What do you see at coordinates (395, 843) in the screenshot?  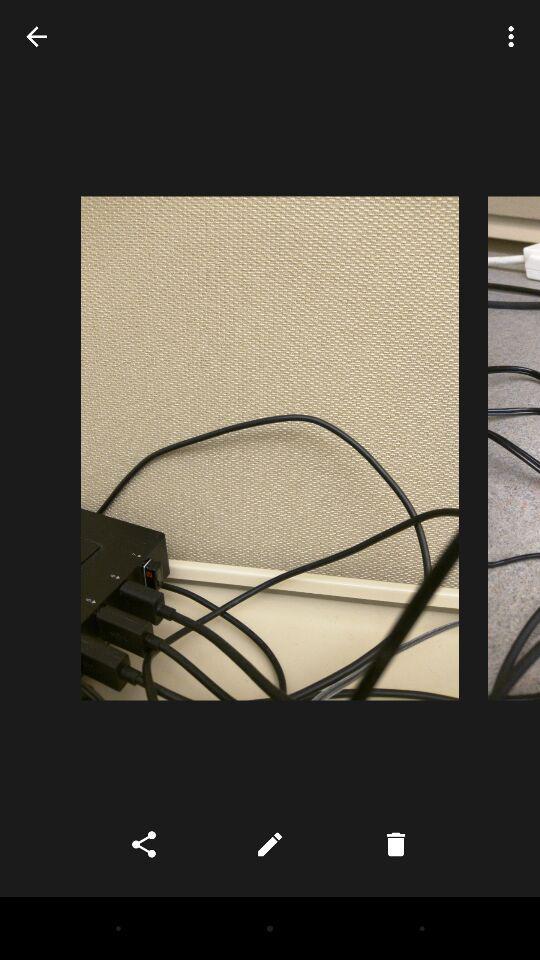 I see `the delete icon` at bounding box center [395, 843].